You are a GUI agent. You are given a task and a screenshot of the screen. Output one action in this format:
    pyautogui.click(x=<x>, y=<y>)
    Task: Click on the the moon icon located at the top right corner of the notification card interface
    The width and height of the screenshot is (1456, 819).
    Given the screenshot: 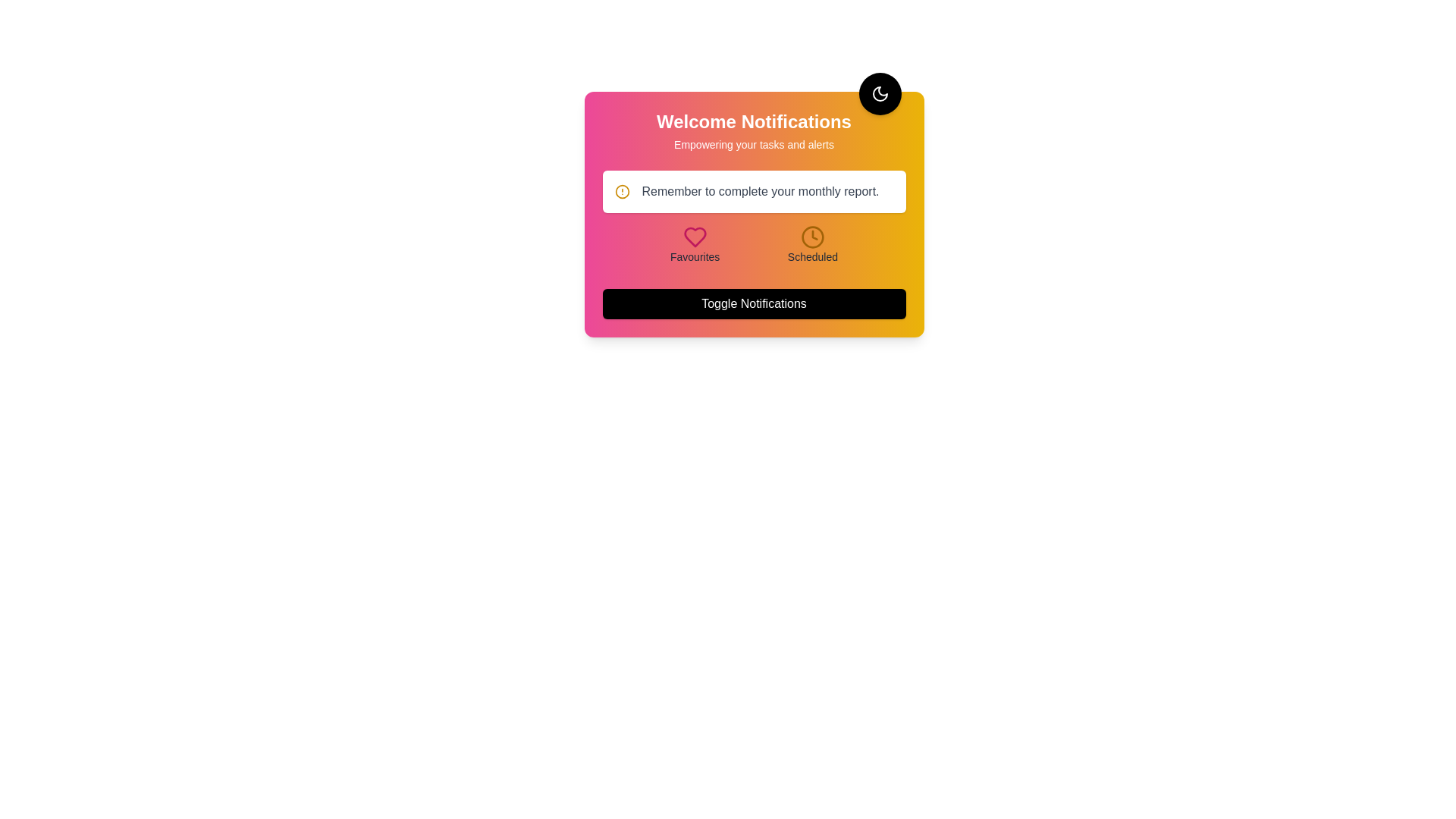 What is the action you would take?
    pyautogui.click(x=880, y=93)
    